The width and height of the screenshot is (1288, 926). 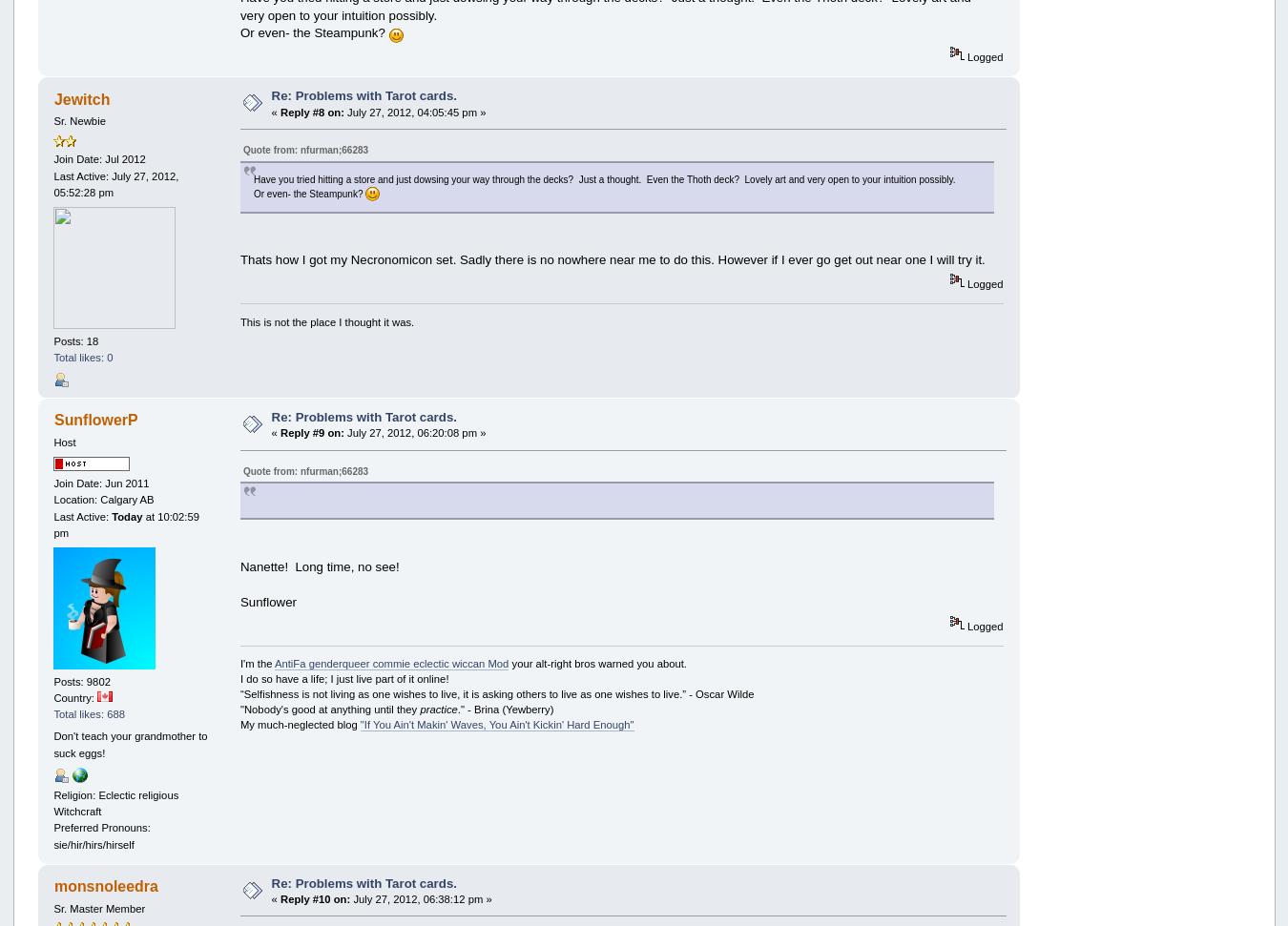 I want to click on 'Join Date: Jul 2012', so click(x=97, y=158).